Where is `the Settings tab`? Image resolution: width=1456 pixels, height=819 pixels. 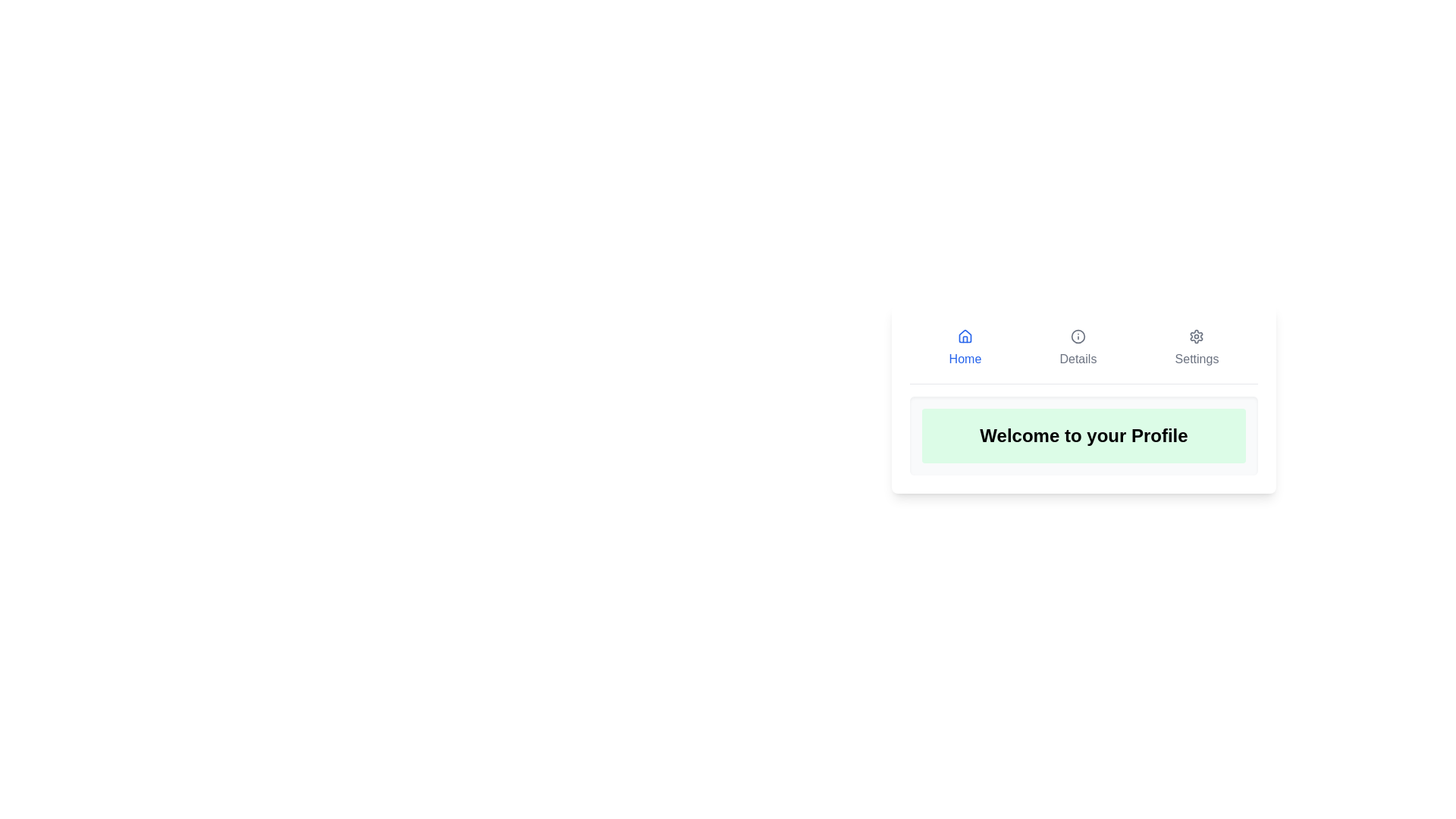
the Settings tab is located at coordinates (1196, 348).